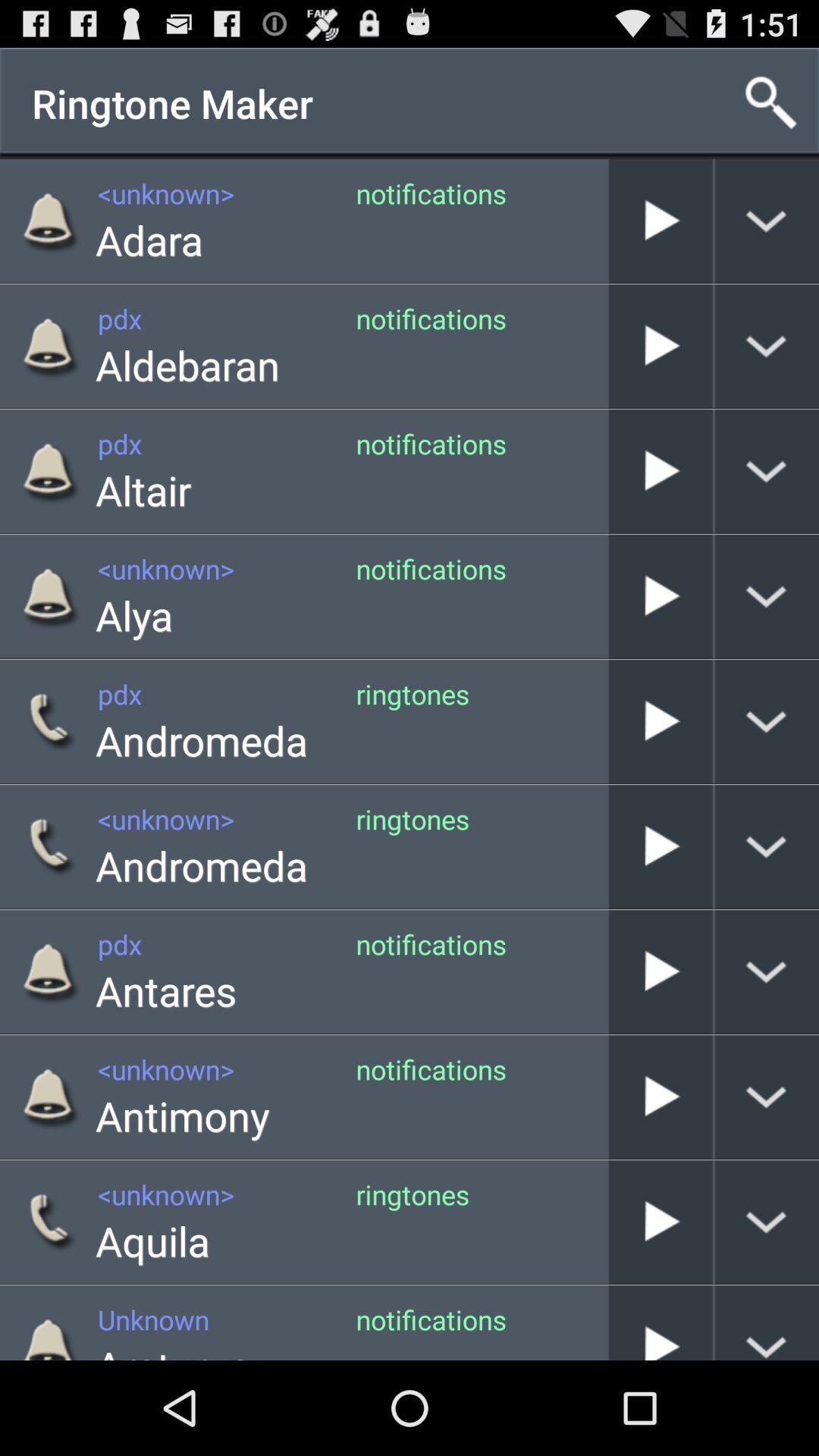 The image size is (819, 1456). I want to click on item to the left of notifications icon, so click(149, 239).